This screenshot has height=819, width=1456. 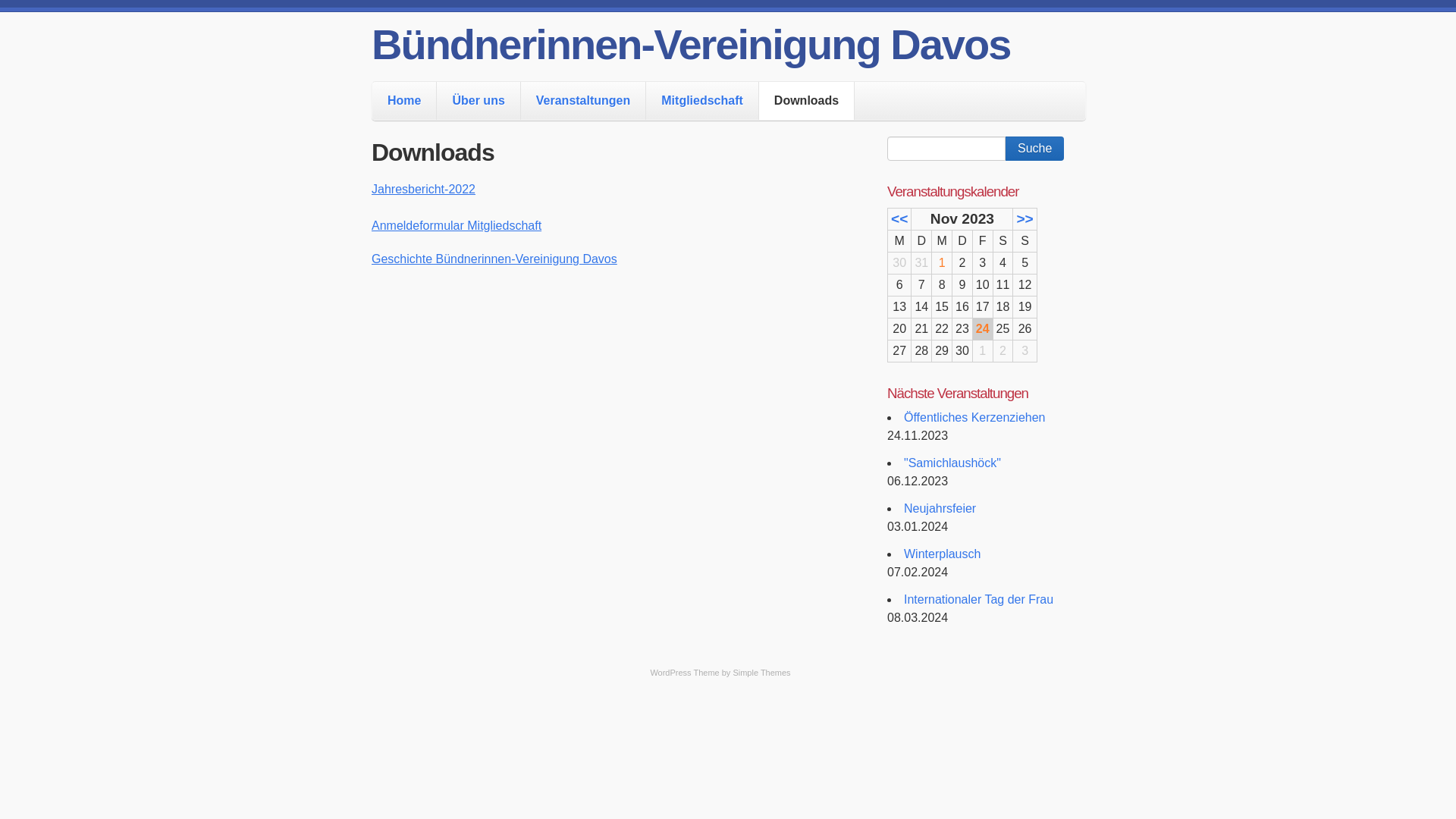 What do you see at coordinates (941, 262) in the screenshot?
I see `'1'` at bounding box center [941, 262].